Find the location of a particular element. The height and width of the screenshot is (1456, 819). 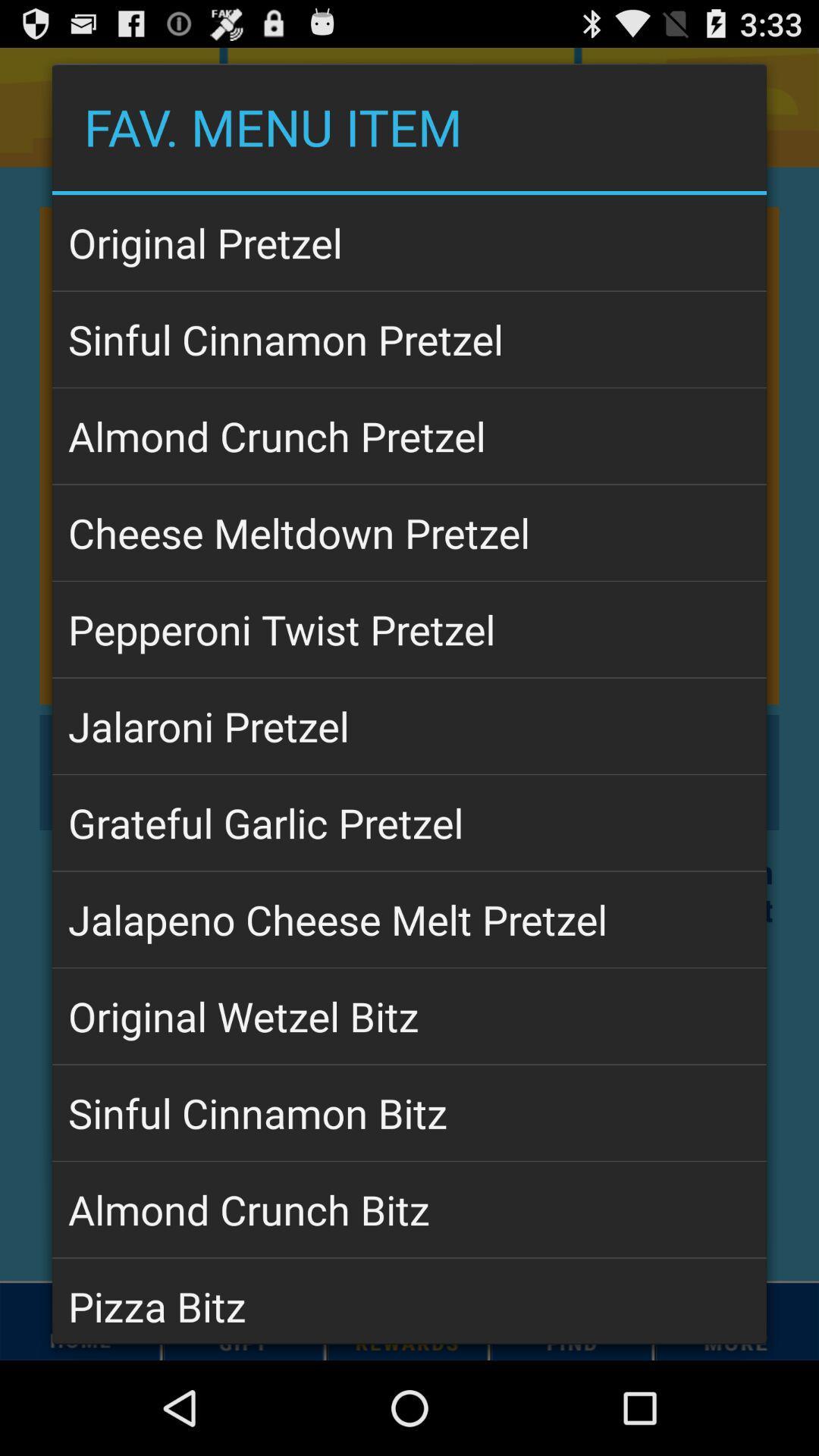

item above jalaroni pretzel app is located at coordinates (409, 629).